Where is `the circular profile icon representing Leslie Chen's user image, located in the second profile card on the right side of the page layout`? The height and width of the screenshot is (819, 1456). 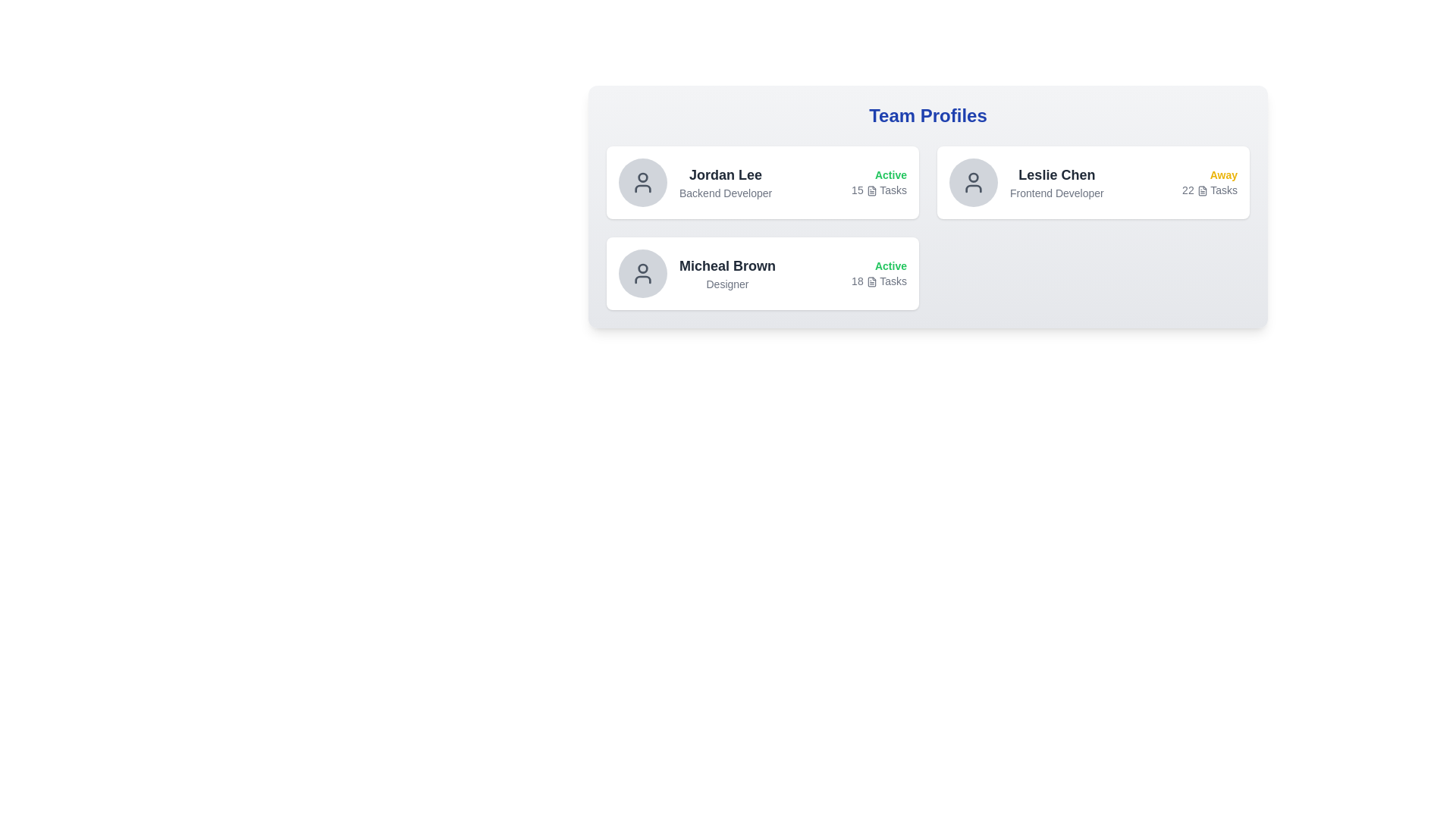 the circular profile icon representing Leslie Chen's user image, located in the second profile card on the right side of the page layout is located at coordinates (973, 177).